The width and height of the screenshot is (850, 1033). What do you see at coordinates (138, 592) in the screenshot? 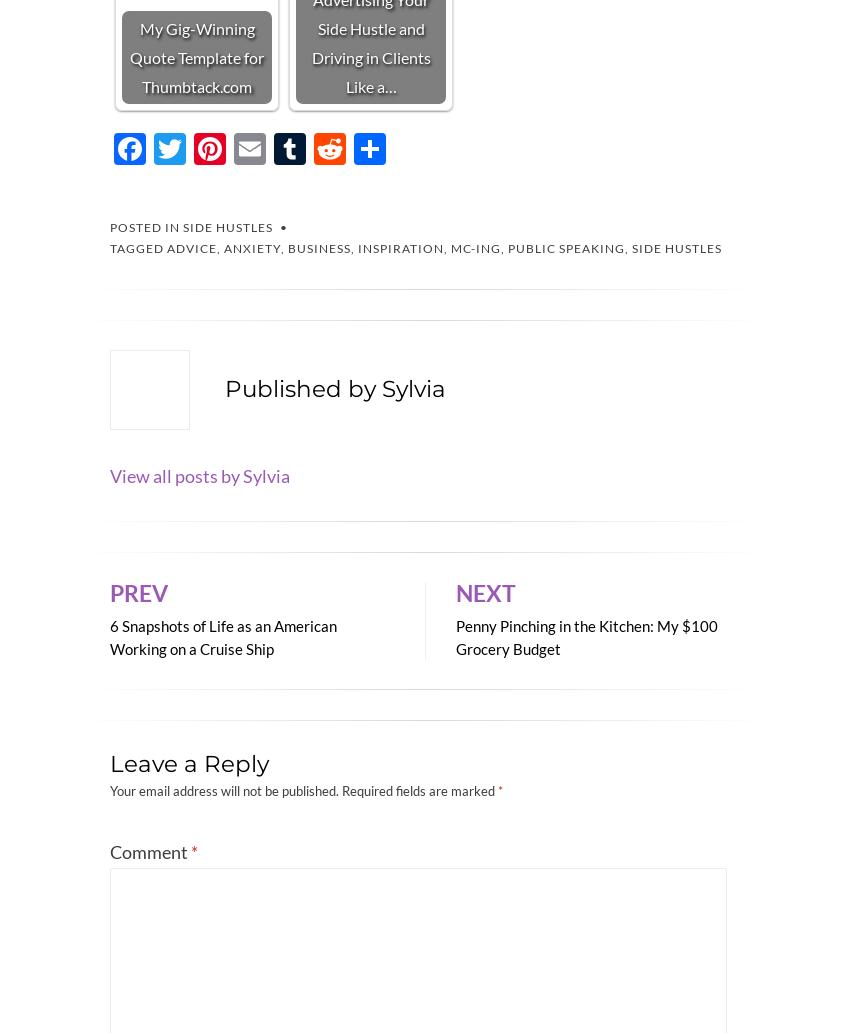
I see `'Prev'` at bounding box center [138, 592].